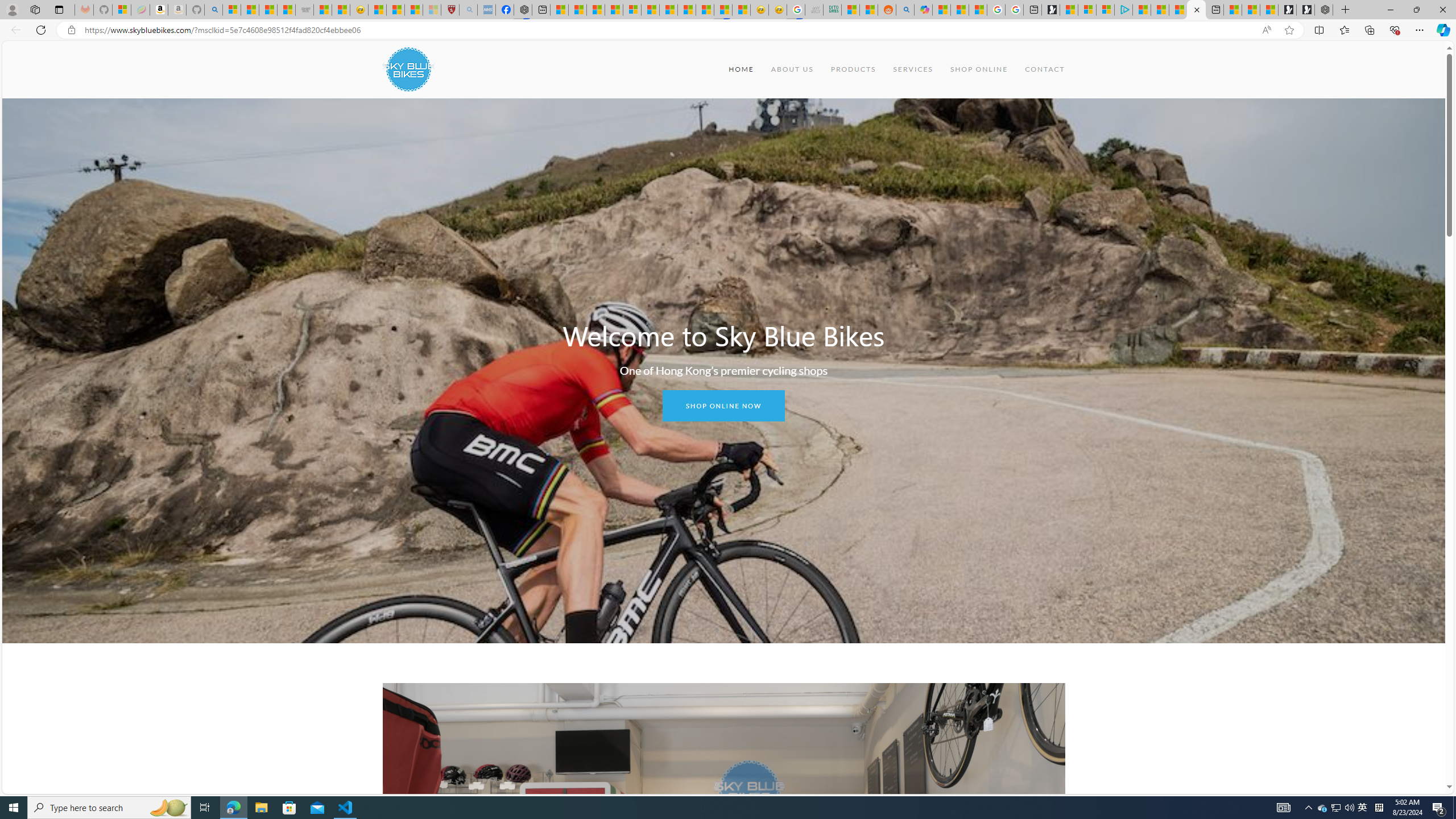 The height and width of the screenshot is (819, 1456). I want to click on 'NCL Adult Asthma Inhaler Choice Guideline - Sleeping', so click(487, 9).